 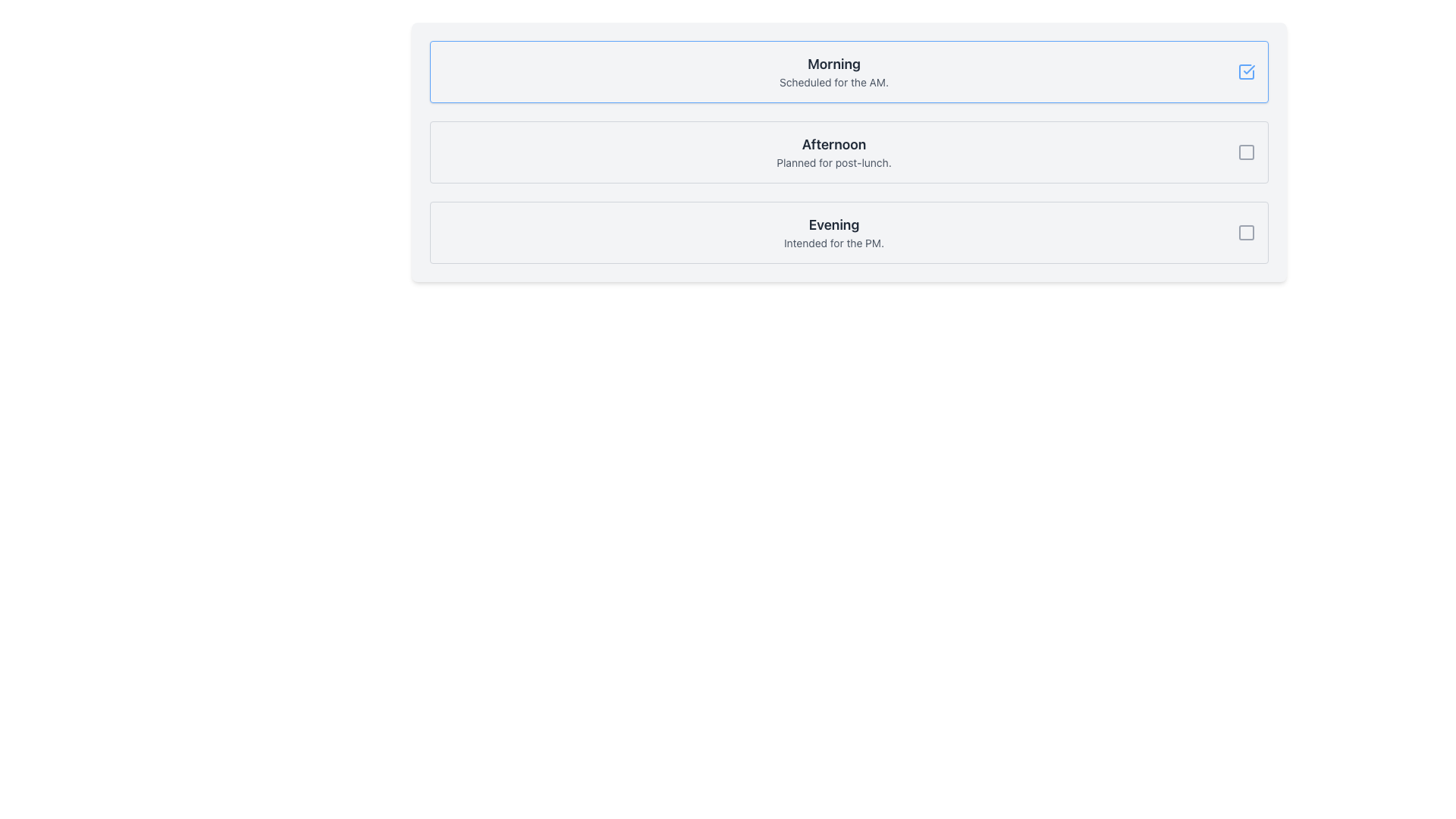 I want to click on the checkbox for the 'Morning' section to determine if it is checked or unchecked, so click(x=1246, y=72).